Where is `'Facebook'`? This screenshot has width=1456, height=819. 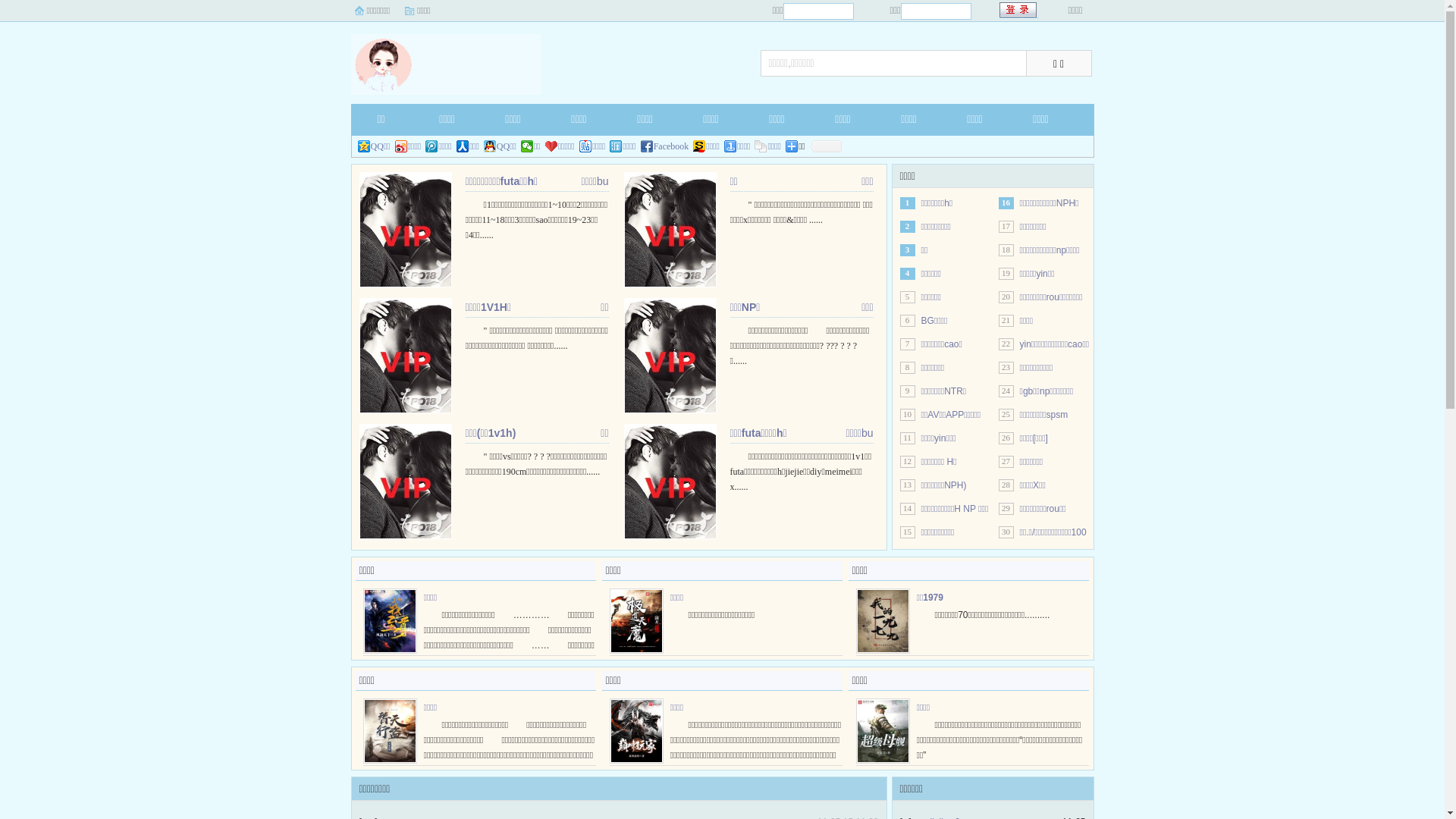
'Facebook' is located at coordinates (665, 146).